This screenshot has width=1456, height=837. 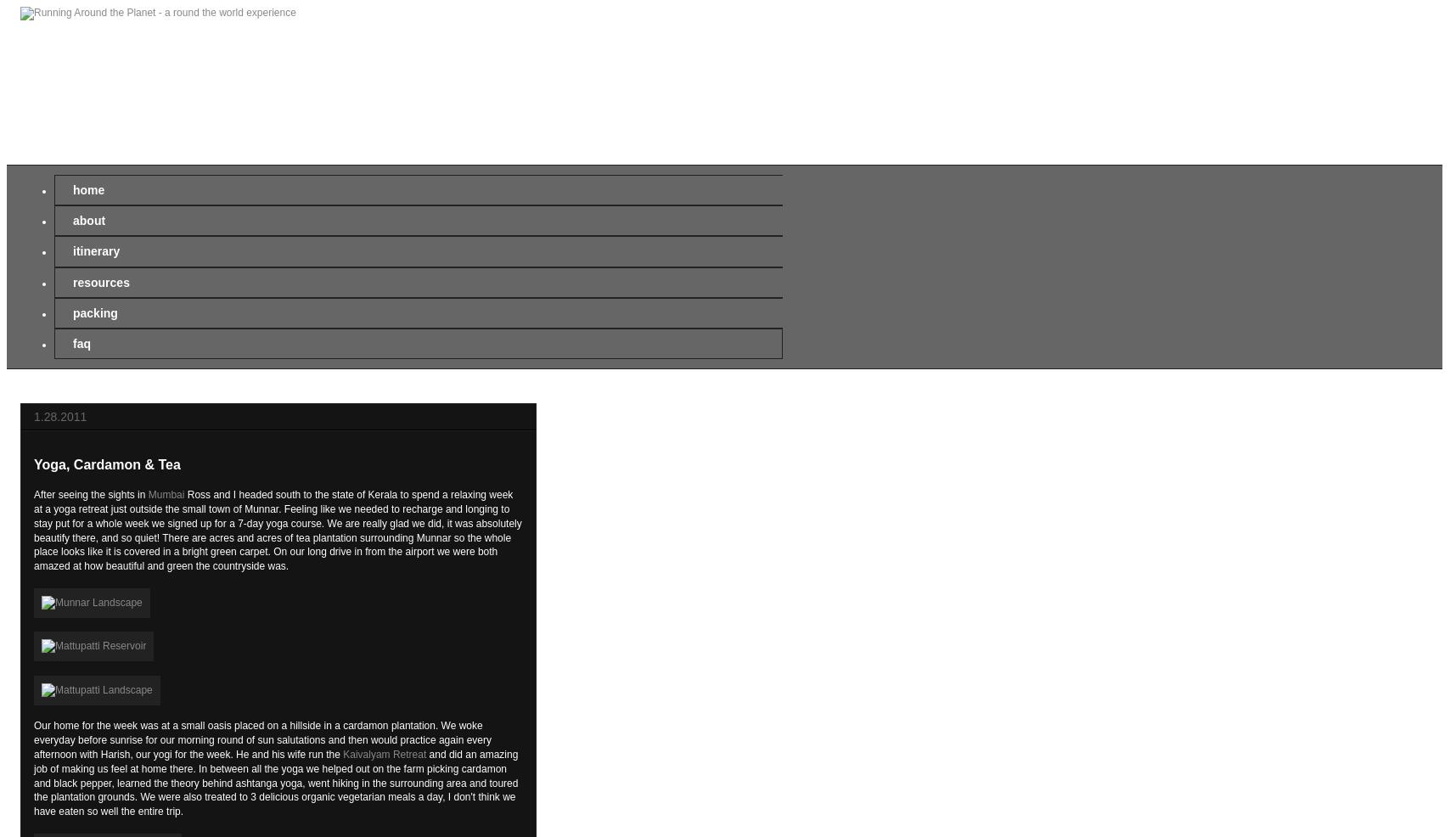 I want to click on 'resources', so click(x=100, y=280).